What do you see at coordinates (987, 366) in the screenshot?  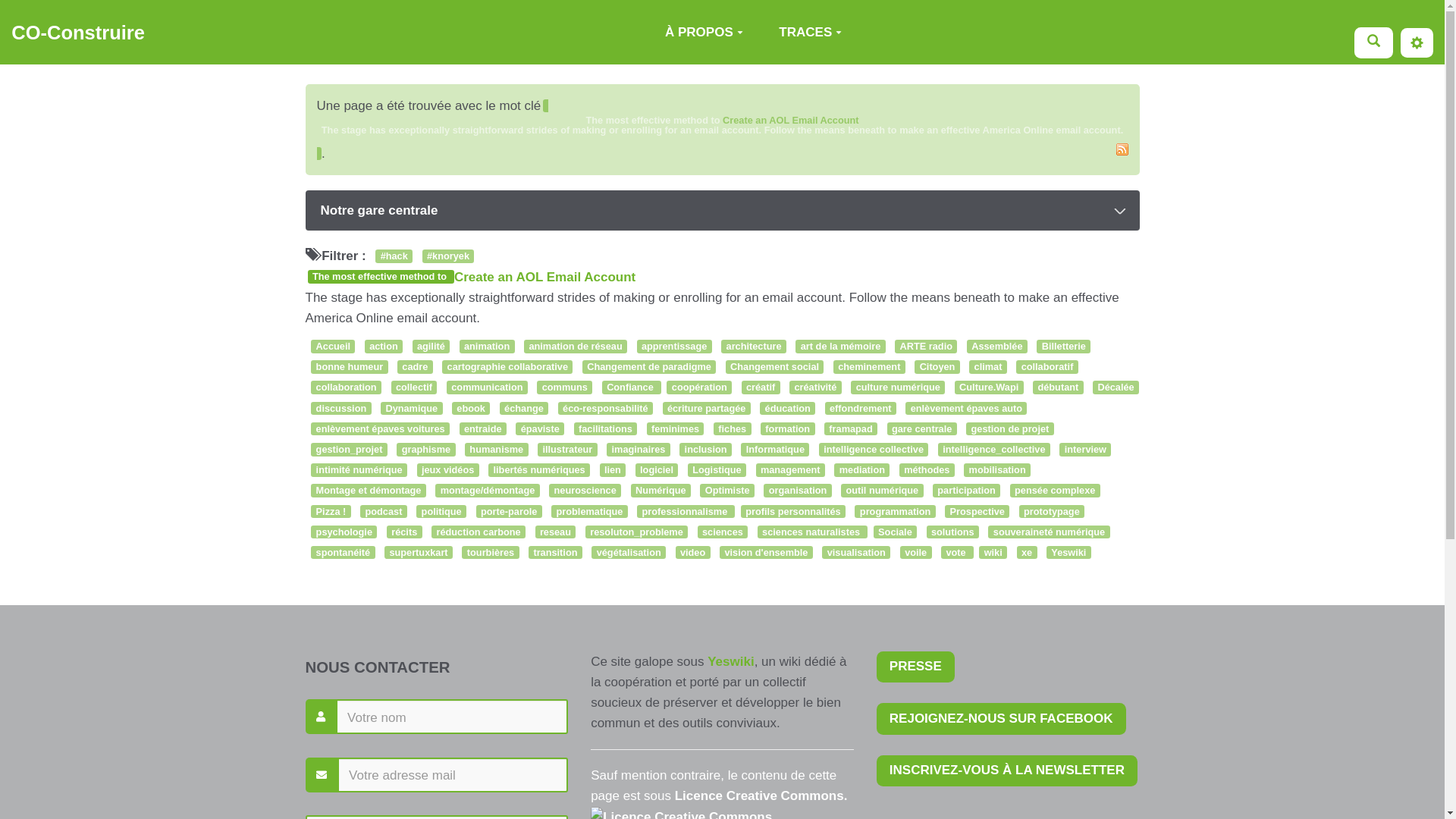 I see `'climat'` at bounding box center [987, 366].